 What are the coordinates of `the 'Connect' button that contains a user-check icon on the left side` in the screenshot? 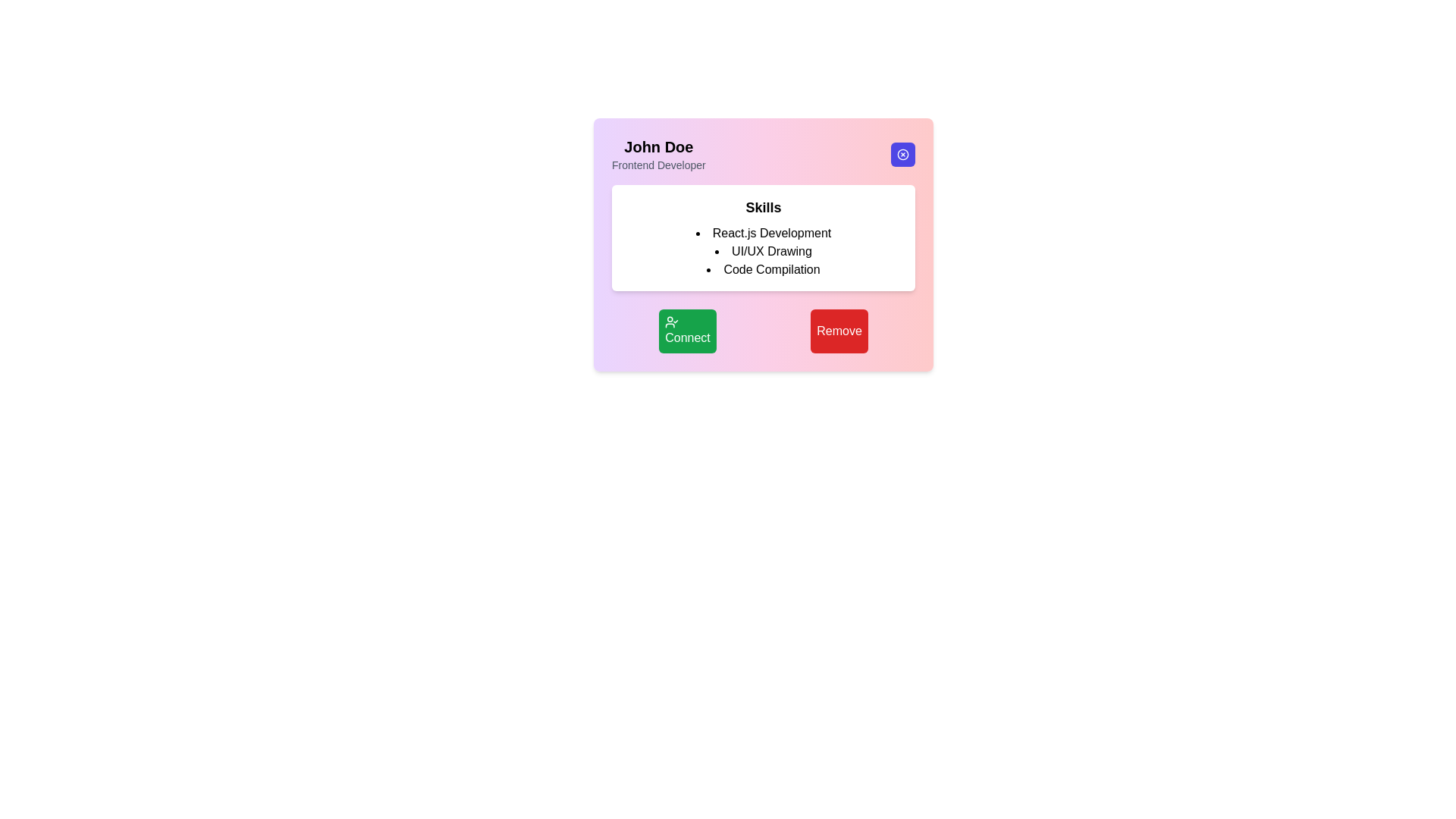 It's located at (671, 321).